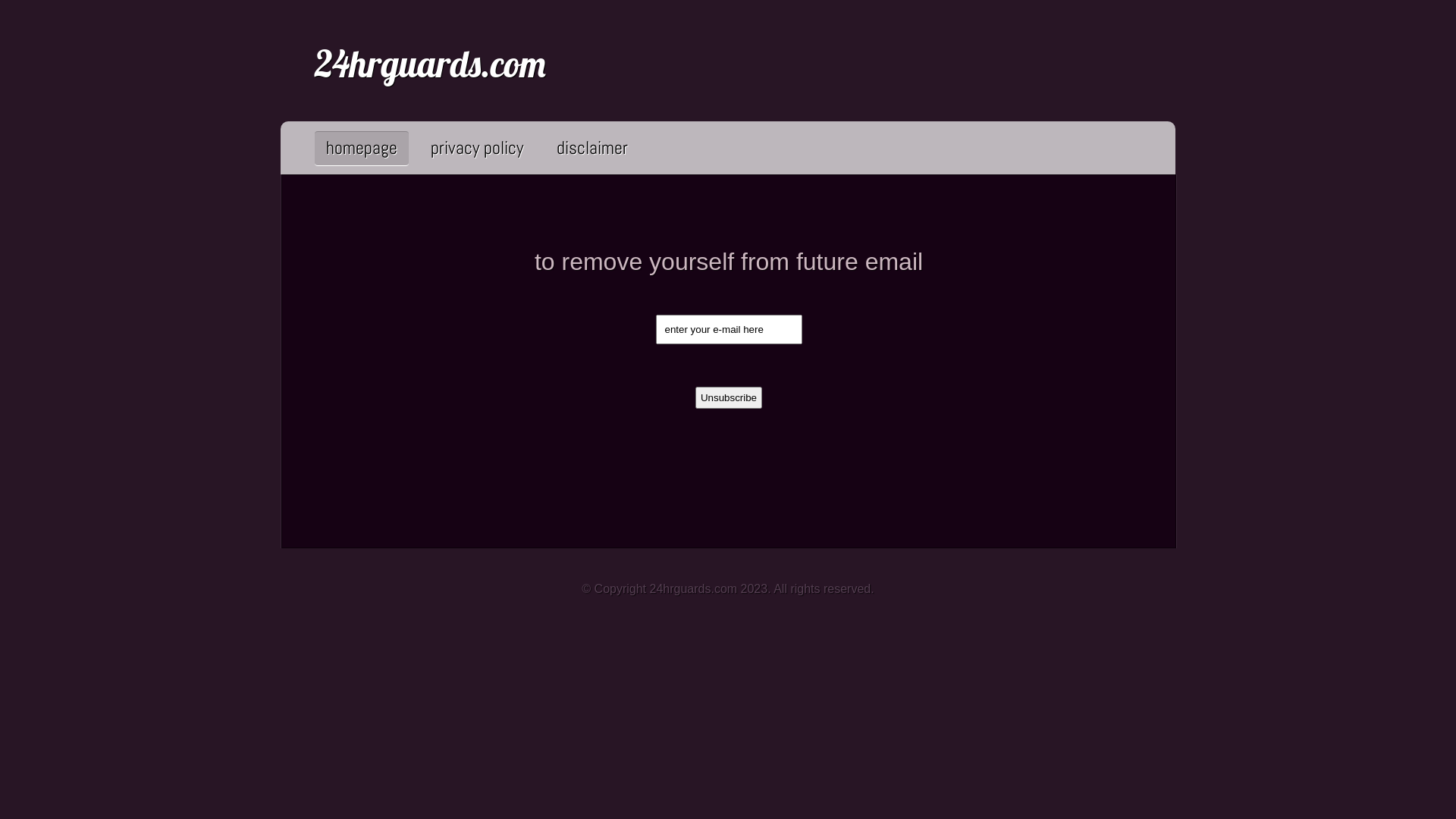 The image size is (1456, 819). I want to click on 'homepage', so click(360, 147).